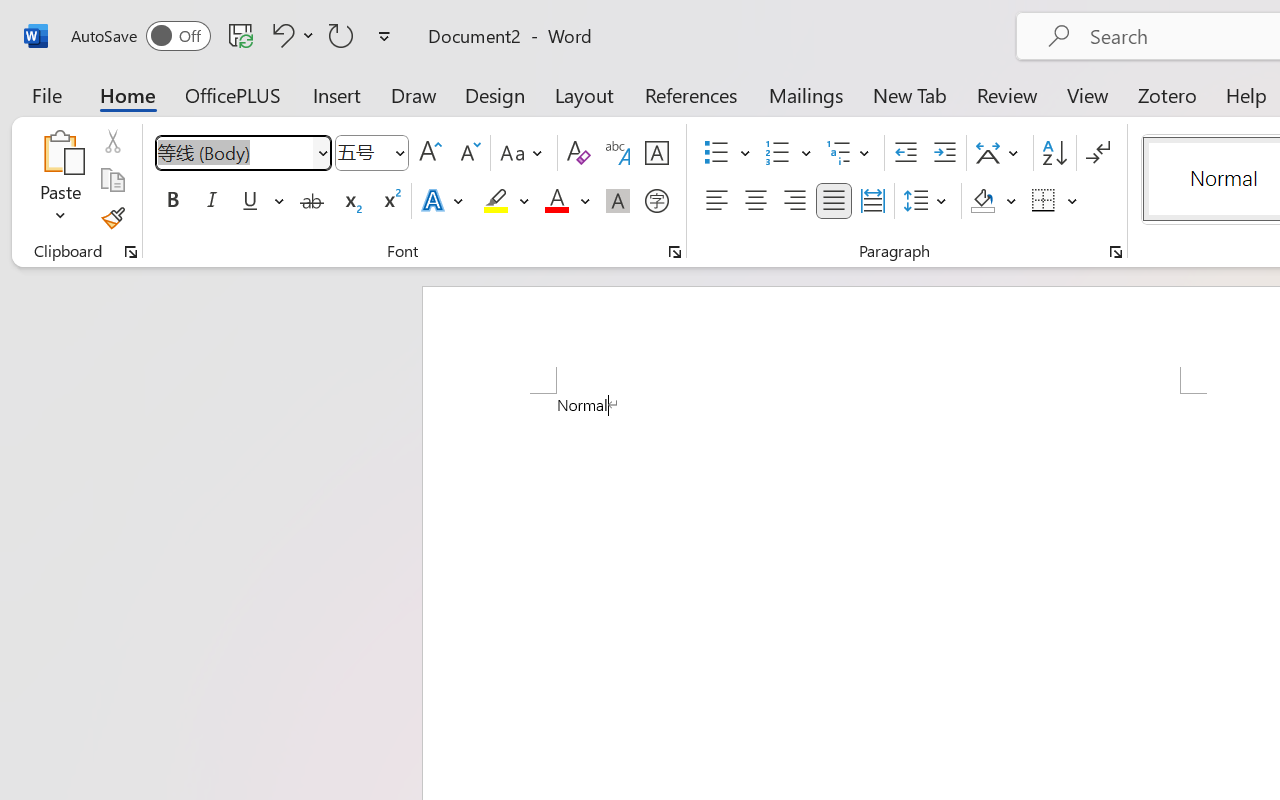 Image resolution: width=1280 pixels, height=800 pixels. I want to click on 'Draw', so click(413, 94).